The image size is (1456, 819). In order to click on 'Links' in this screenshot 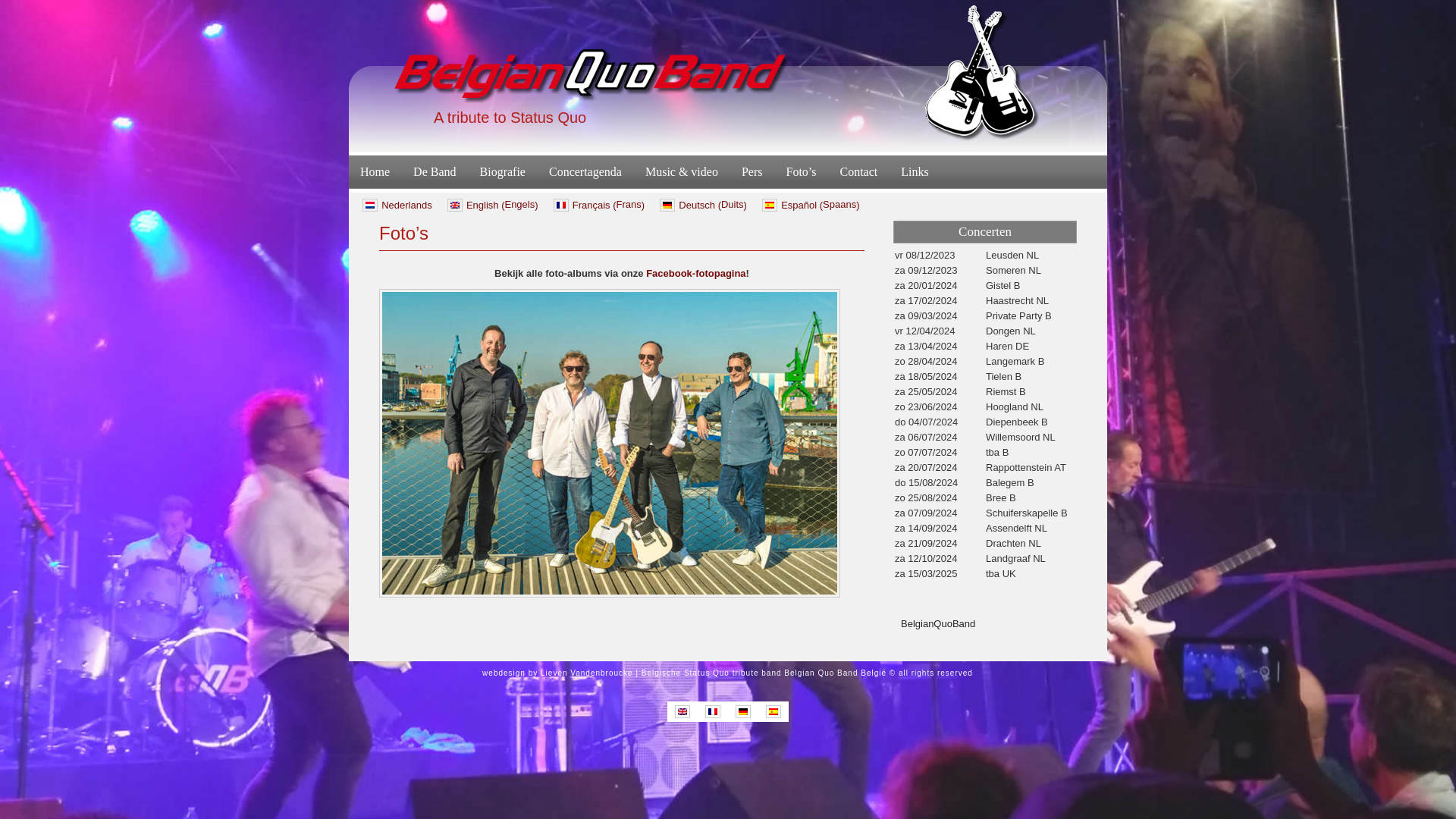, I will do `click(913, 171)`.